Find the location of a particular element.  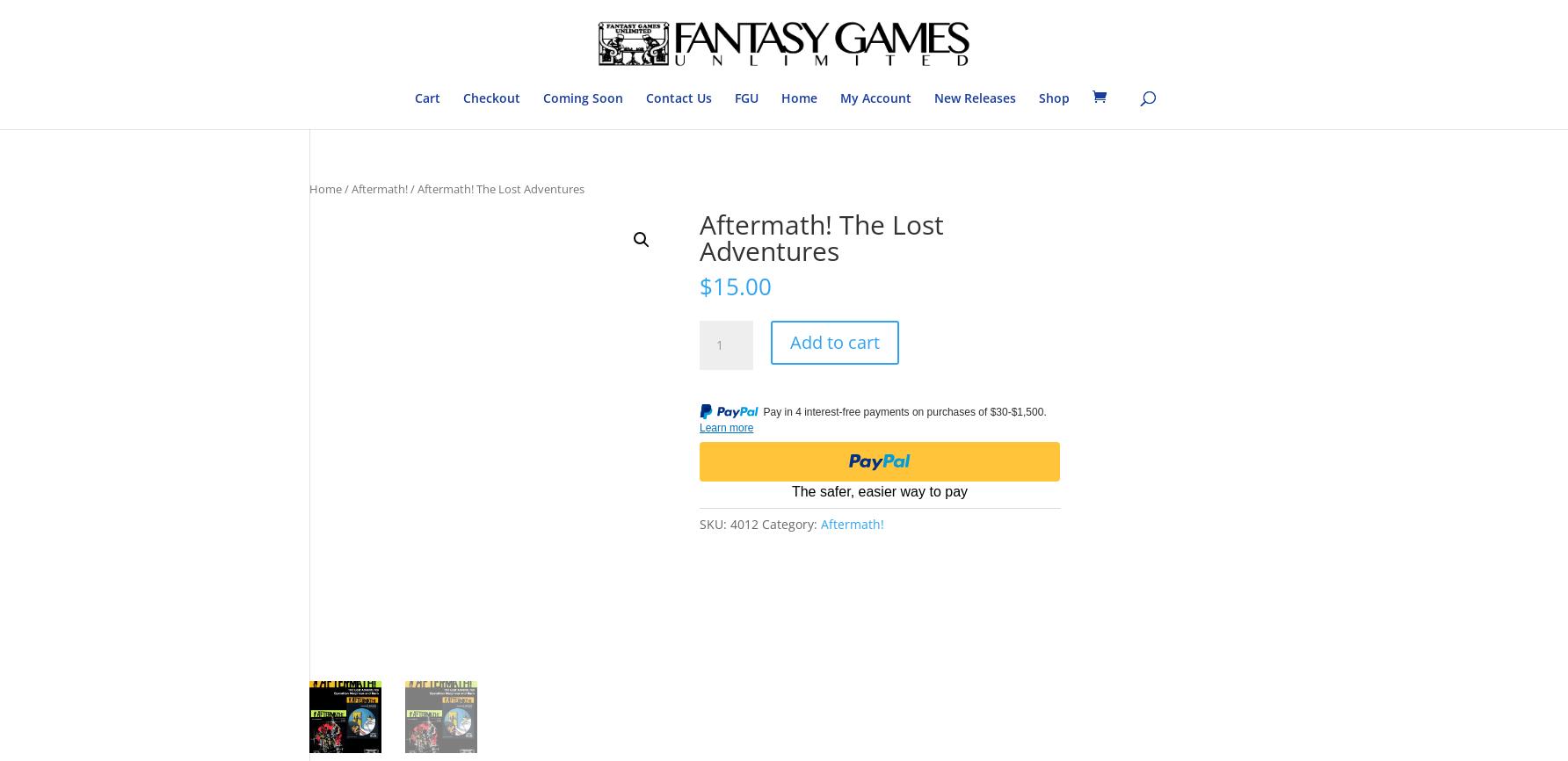

'Category:' is located at coordinates (791, 523).